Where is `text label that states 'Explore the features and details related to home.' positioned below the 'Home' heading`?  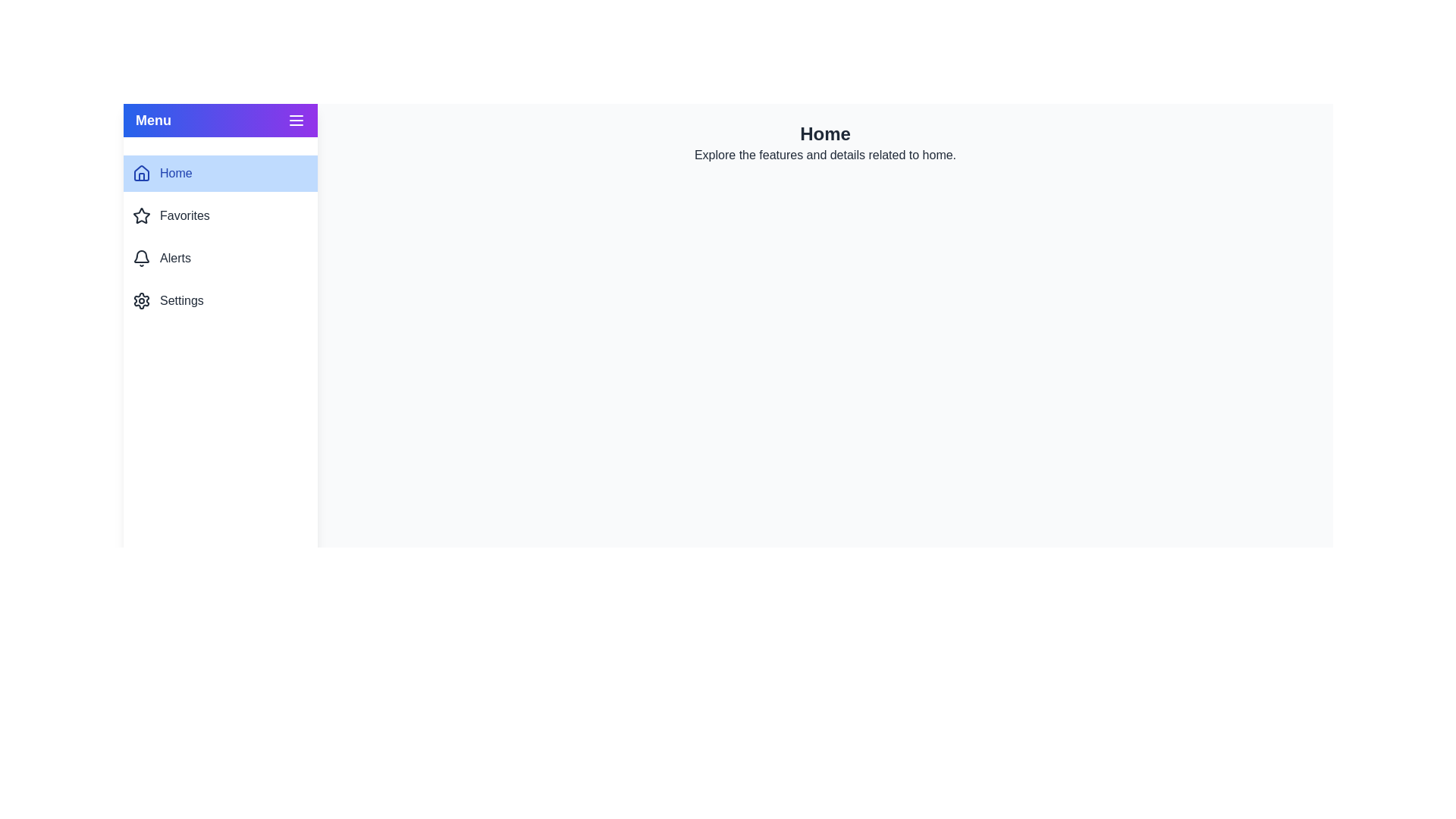
text label that states 'Explore the features and details related to home.' positioned below the 'Home' heading is located at coordinates (824, 155).